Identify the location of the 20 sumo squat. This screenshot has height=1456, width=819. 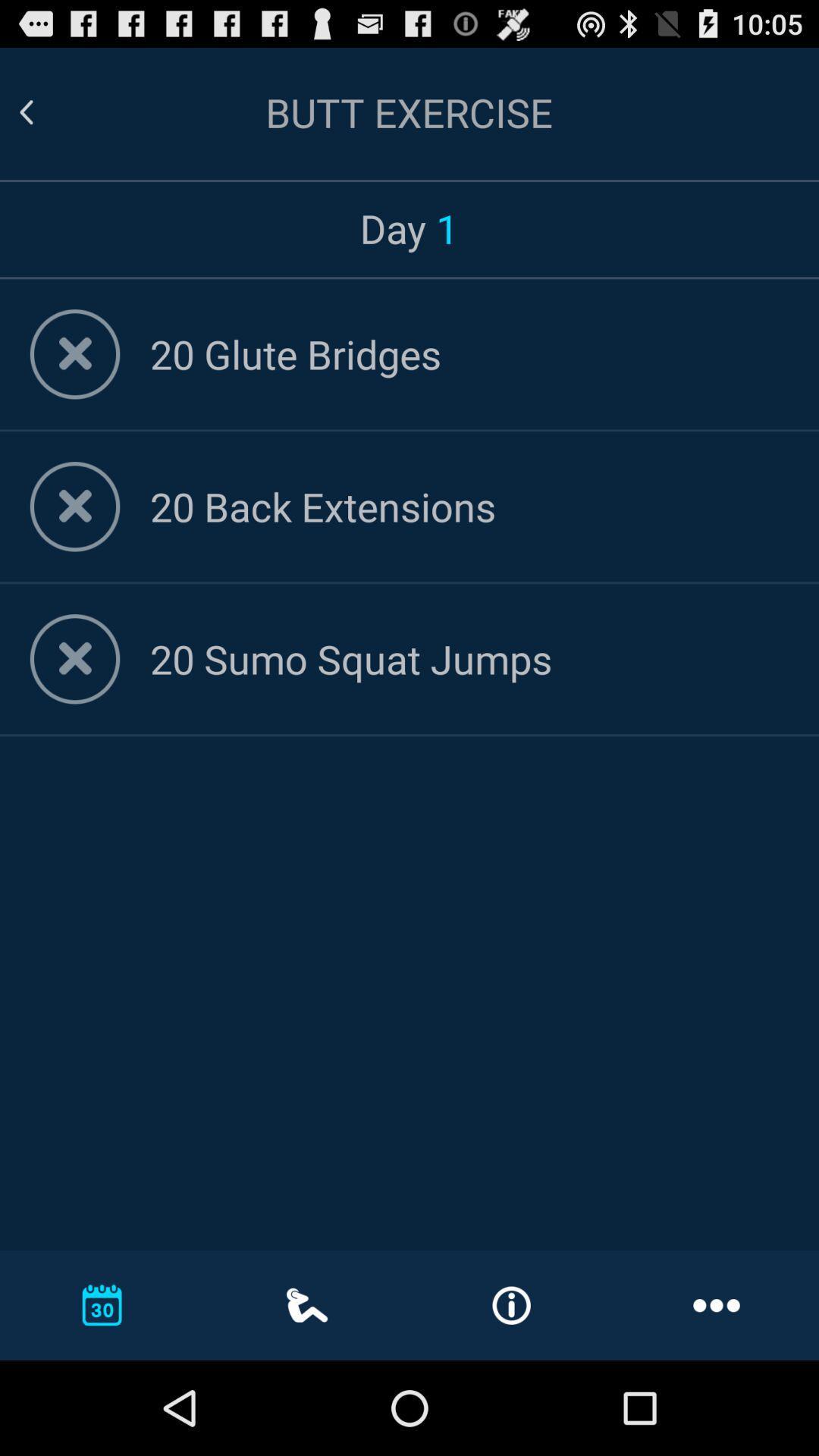
(469, 658).